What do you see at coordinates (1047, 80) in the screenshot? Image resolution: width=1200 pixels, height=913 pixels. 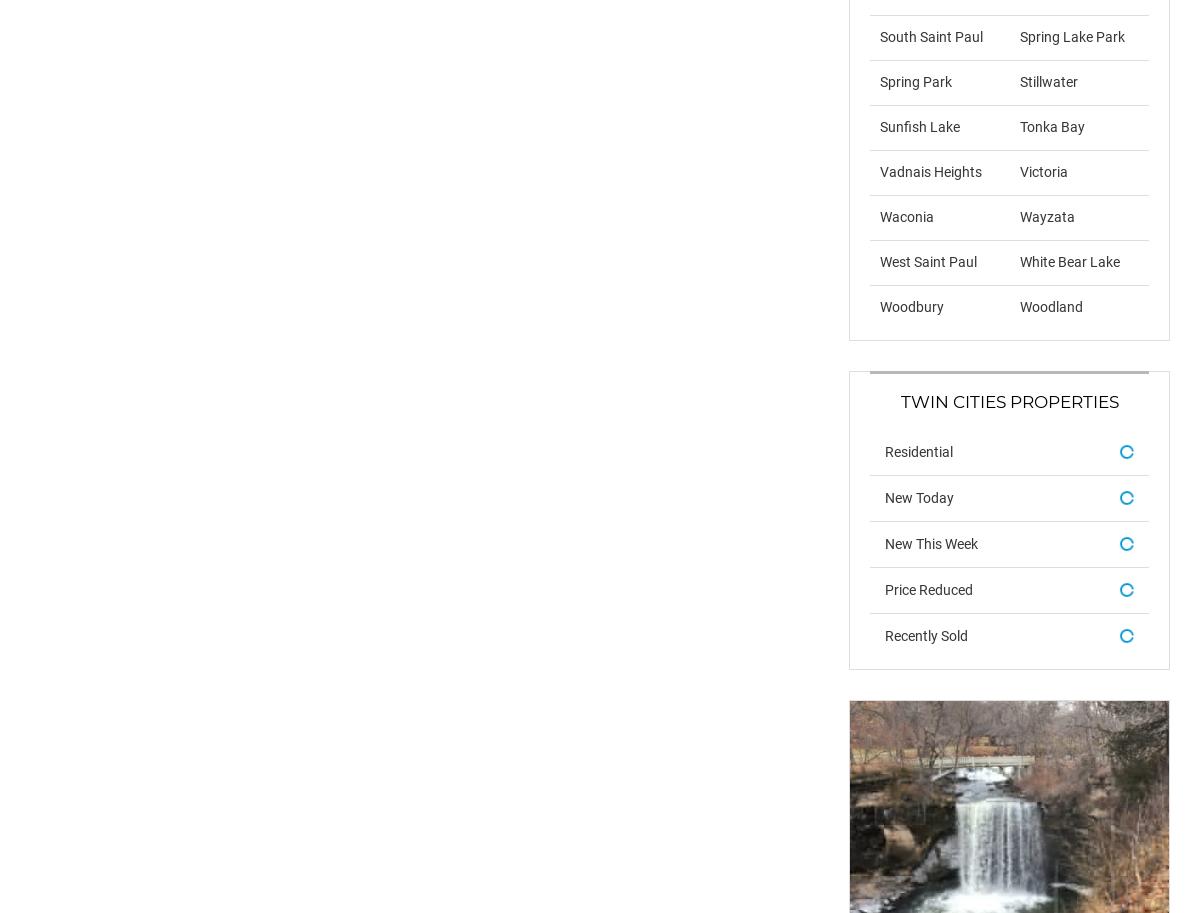 I see `'Stillwater'` at bounding box center [1047, 80].